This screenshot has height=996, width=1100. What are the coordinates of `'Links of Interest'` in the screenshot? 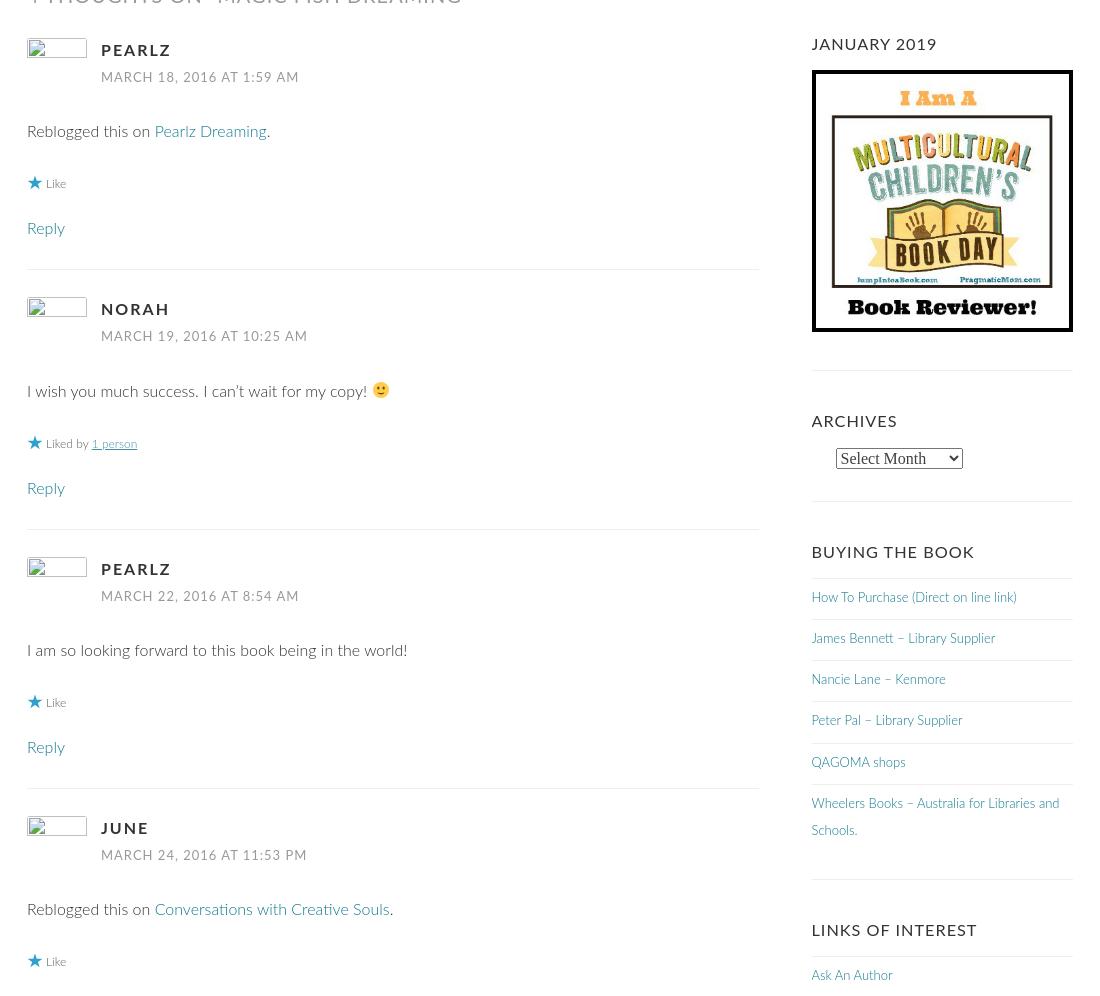 It's located at (892, 930).